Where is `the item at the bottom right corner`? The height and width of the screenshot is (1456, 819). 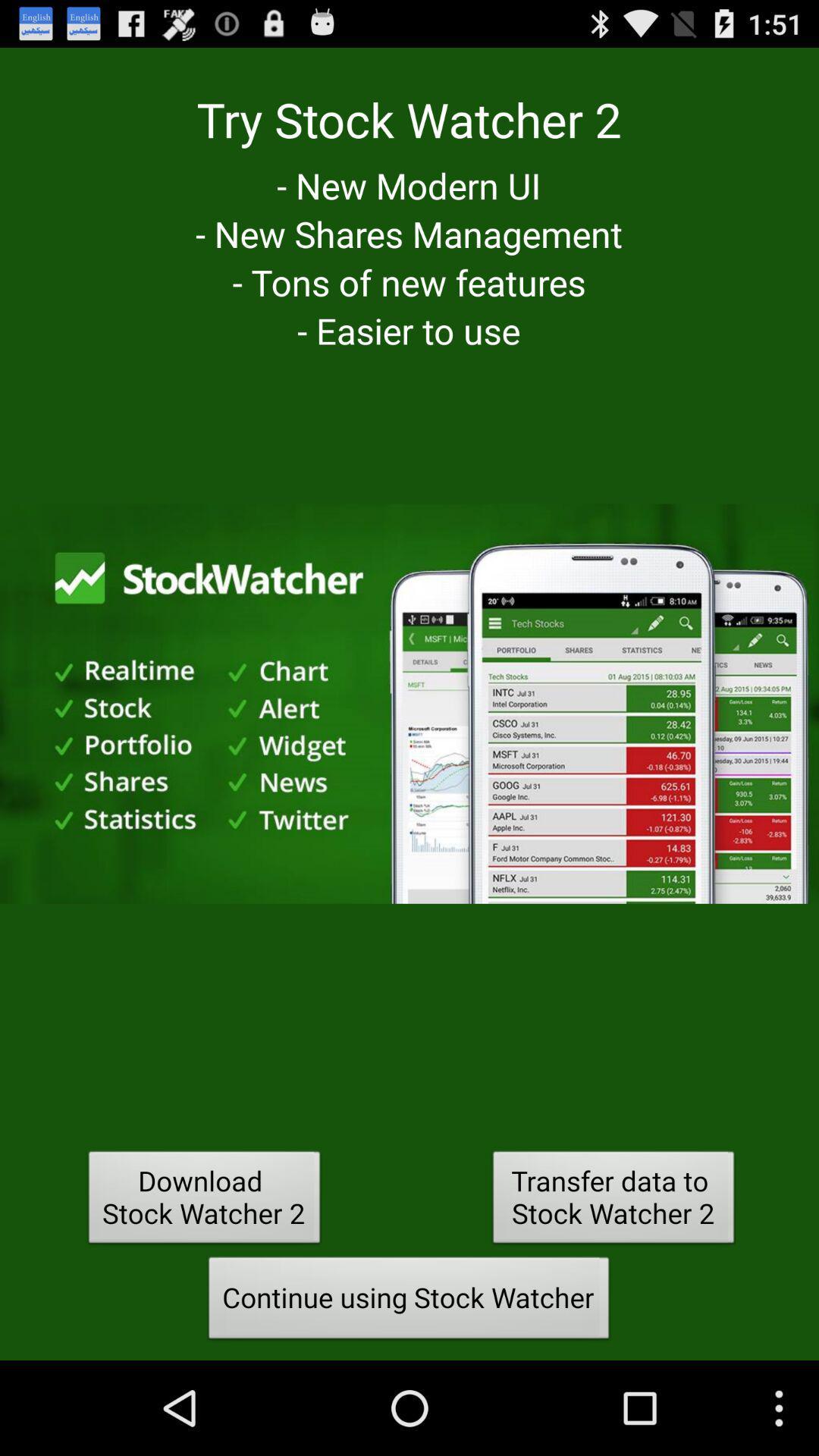 the item at the bottom right corner is located at coordinates (613, 1200).